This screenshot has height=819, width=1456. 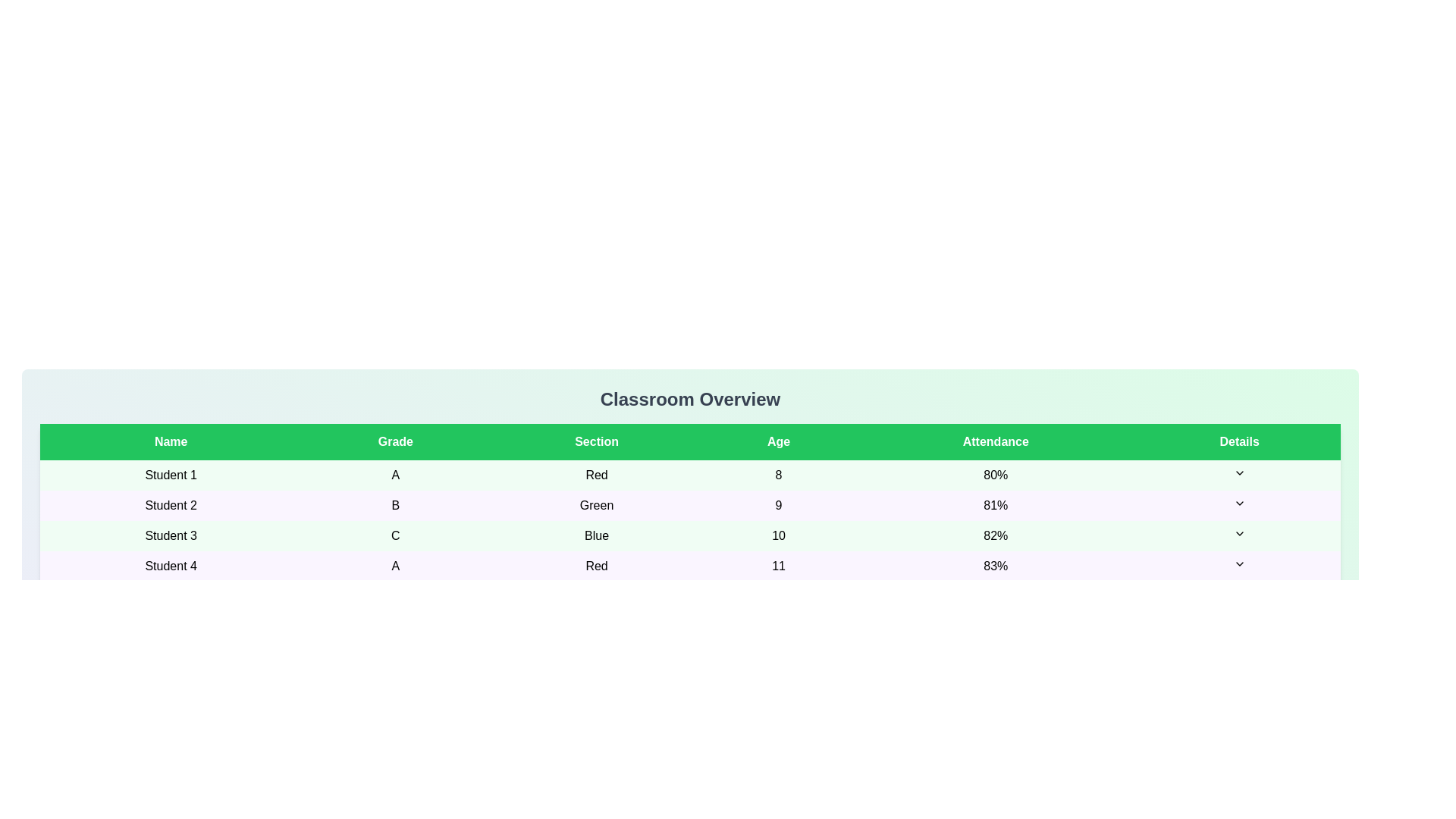 I want to click on the header Section to sort the table by that column, so click(x=596, y=441).